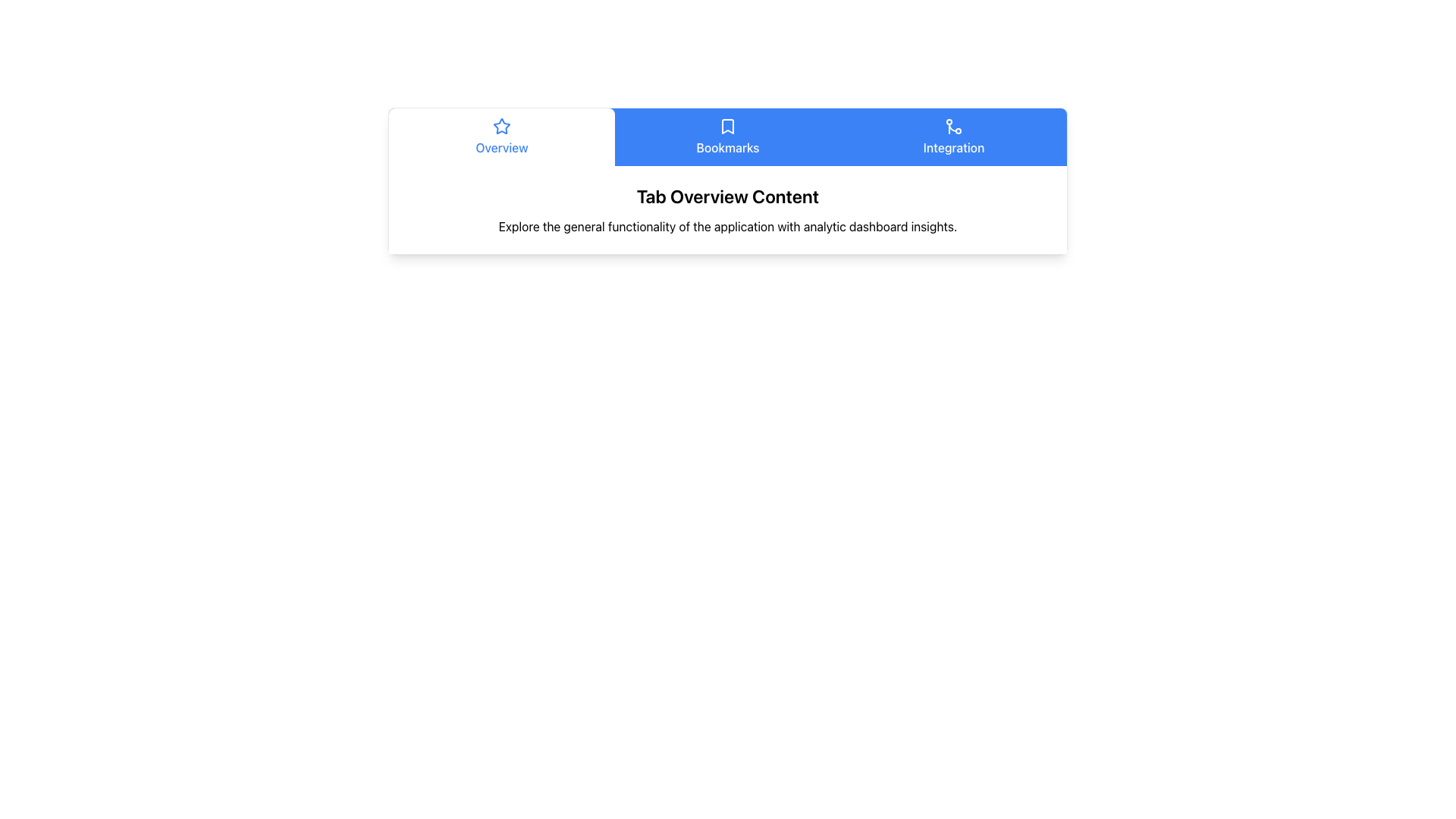 The image size is (1456, 819). Describe the element at coordinates (728, 137) in the screenshot. I see `the 'Bookmarks' button, which features a bookmark icon above the text` at that location.